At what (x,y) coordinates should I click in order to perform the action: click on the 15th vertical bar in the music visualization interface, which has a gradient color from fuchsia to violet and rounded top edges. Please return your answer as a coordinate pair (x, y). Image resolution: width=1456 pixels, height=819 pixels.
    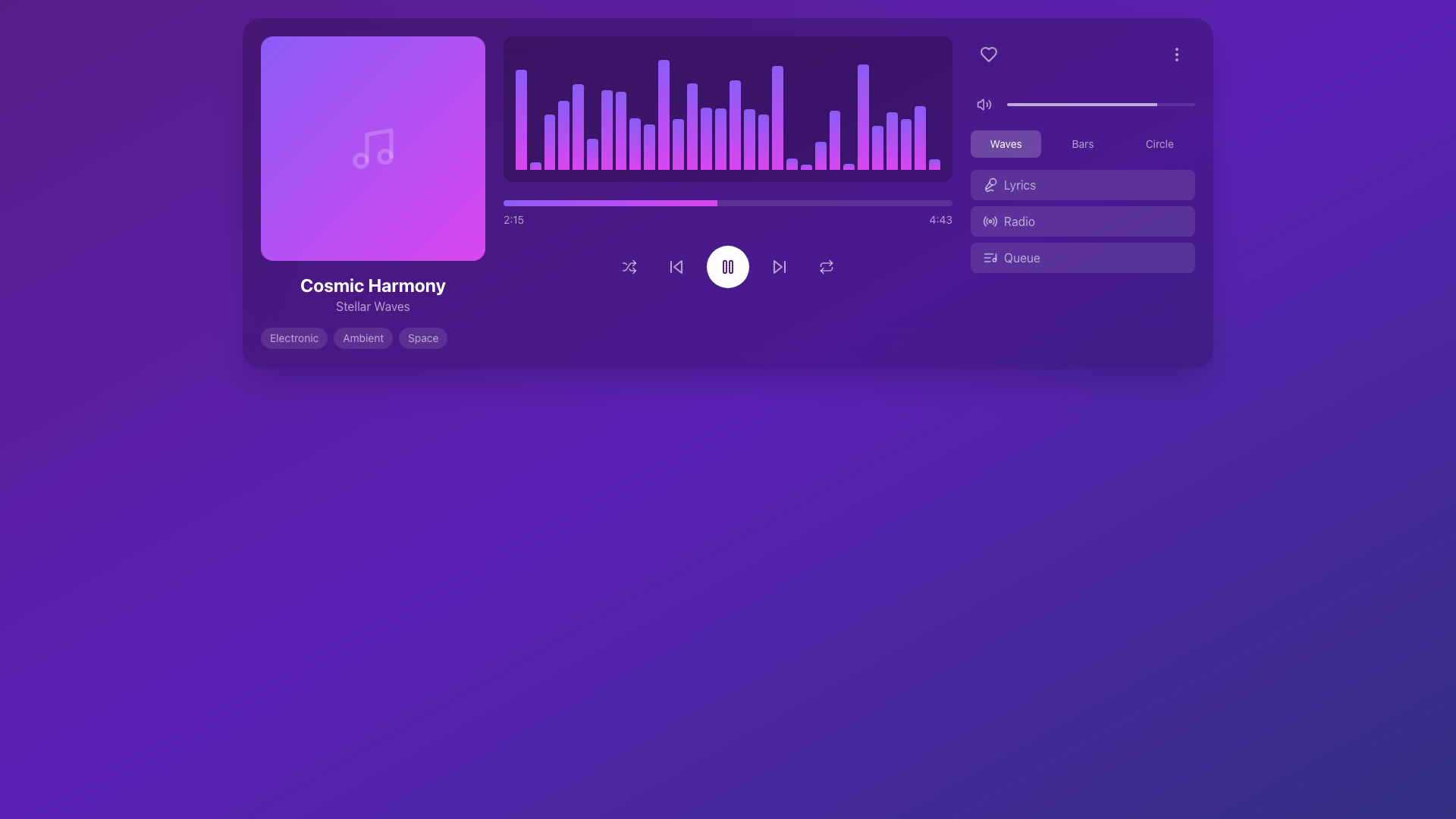
    Looking at the image, I should click on (720, 139).